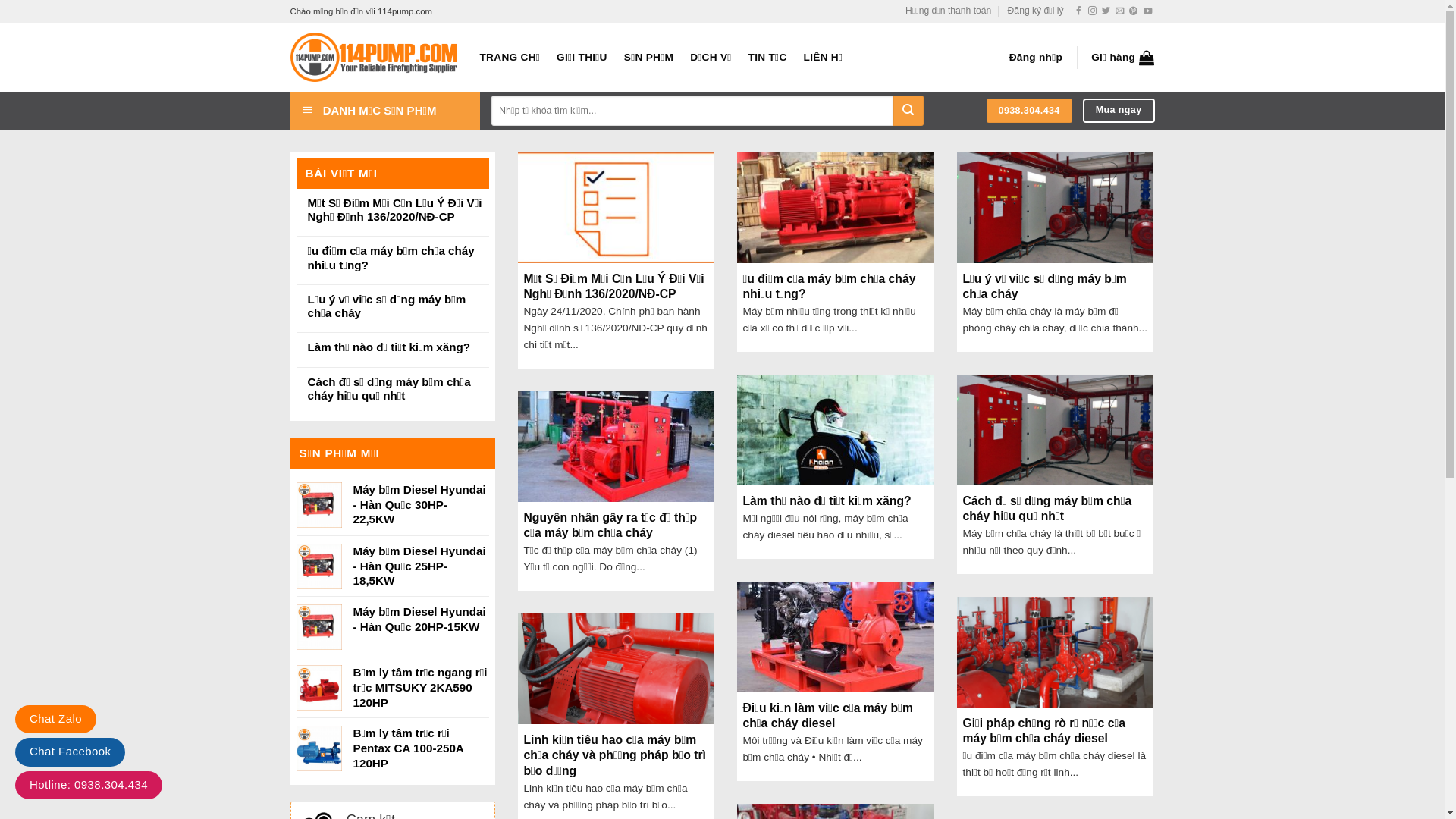 Image resolution: width=1456 pixels, height=819 pixels. I want to click on 'Skip to content', so click(0, 0).